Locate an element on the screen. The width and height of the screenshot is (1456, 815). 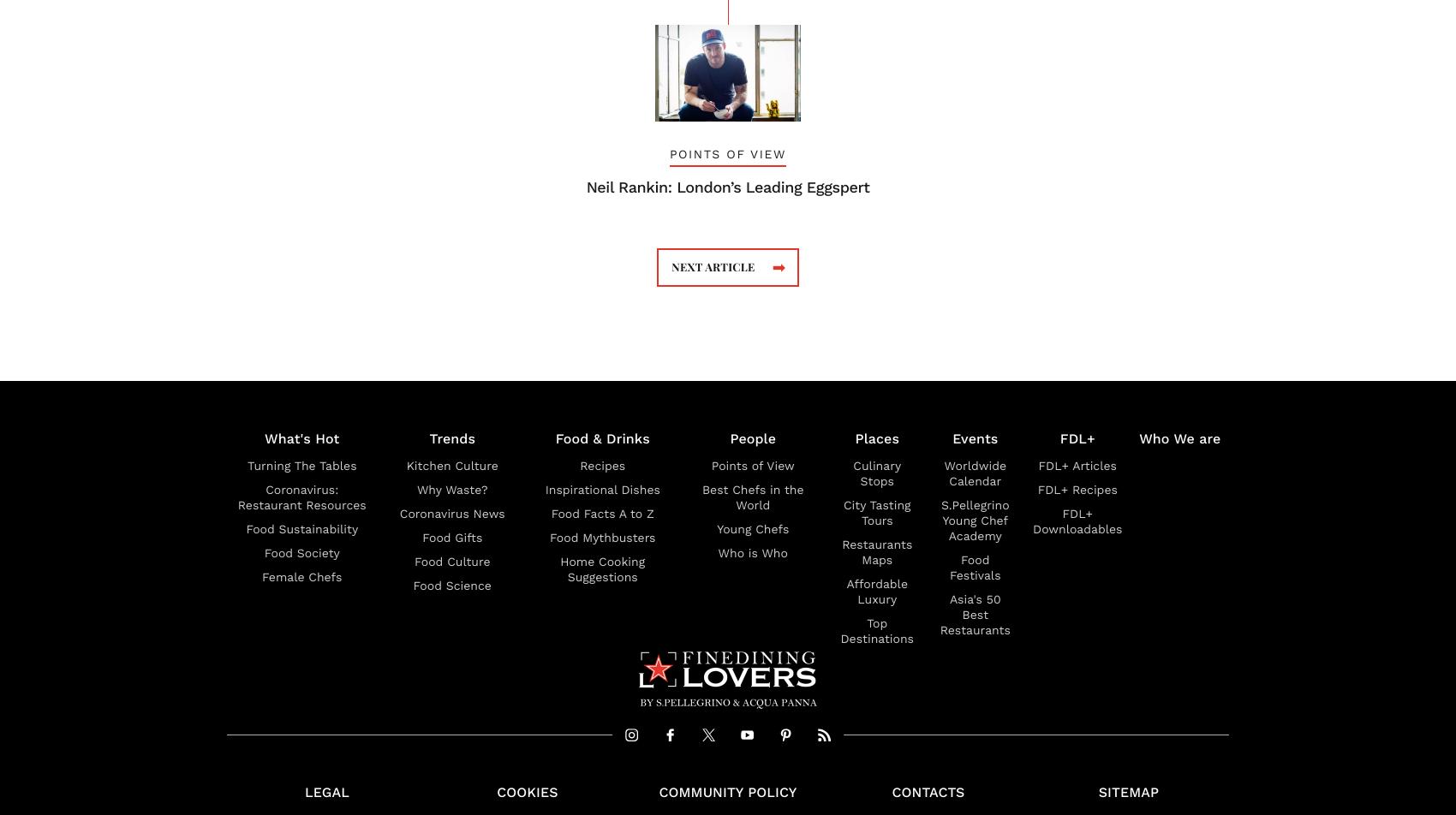
'Affordable Luxury' is located at coordinates (875, 591).